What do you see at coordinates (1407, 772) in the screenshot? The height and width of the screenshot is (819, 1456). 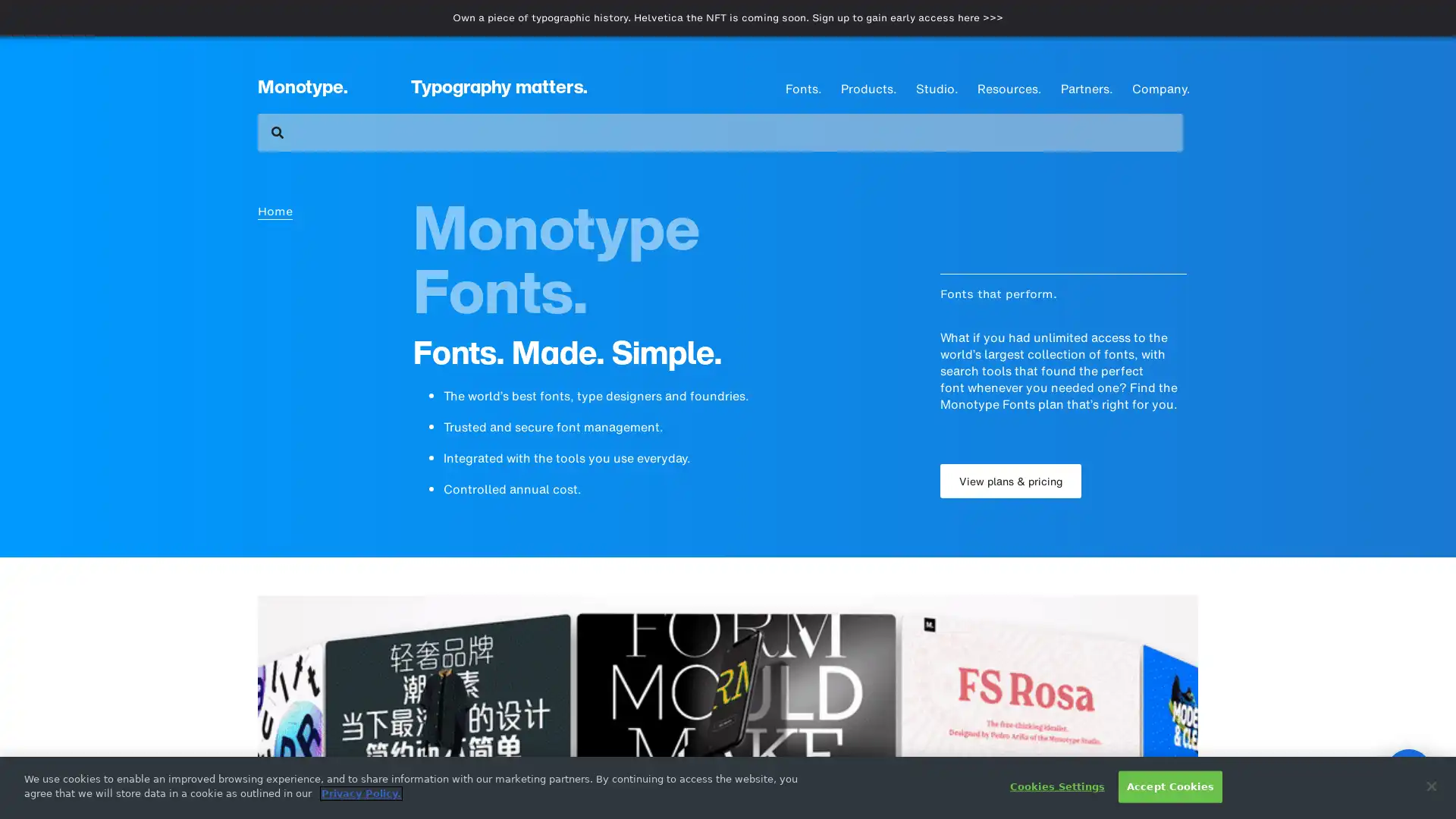 I see `Open Intercom Messenger` at bounding box center [1407, 772].